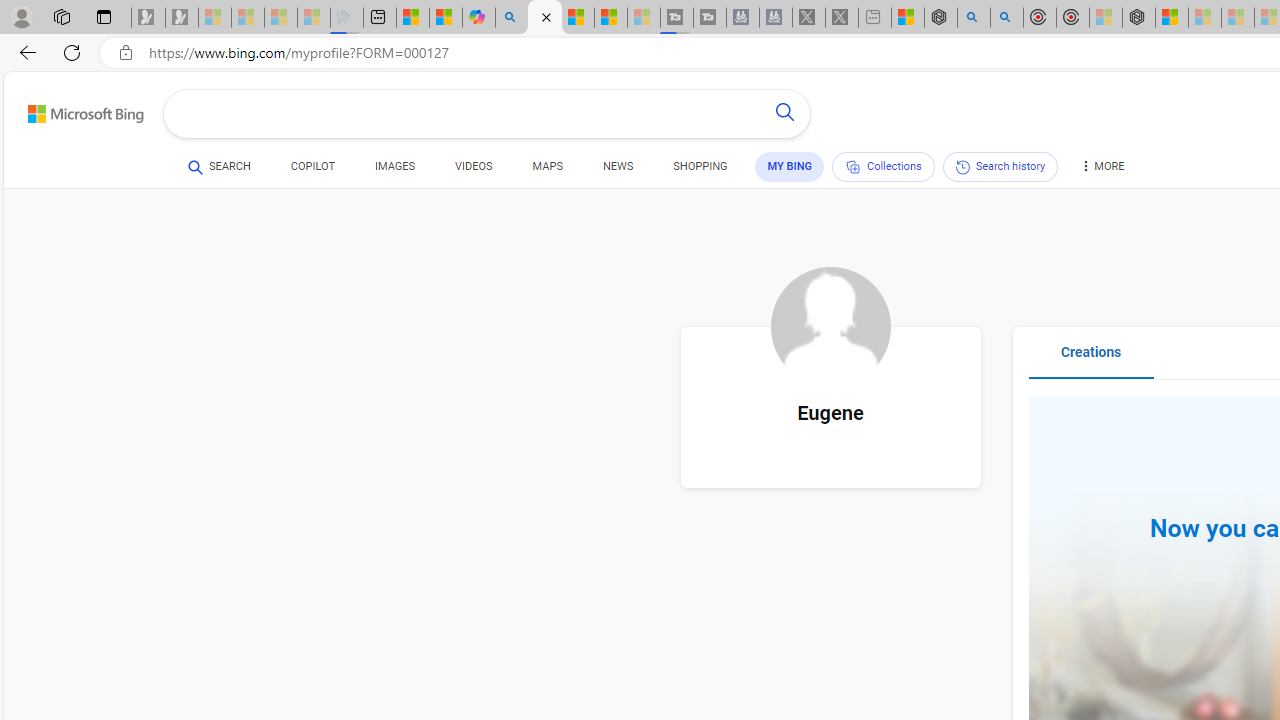  What do you see at coordinates (1006, 17) in the screenshot?
I see `'poe ++ standard - Search'` at bounding box center [1006, 17].